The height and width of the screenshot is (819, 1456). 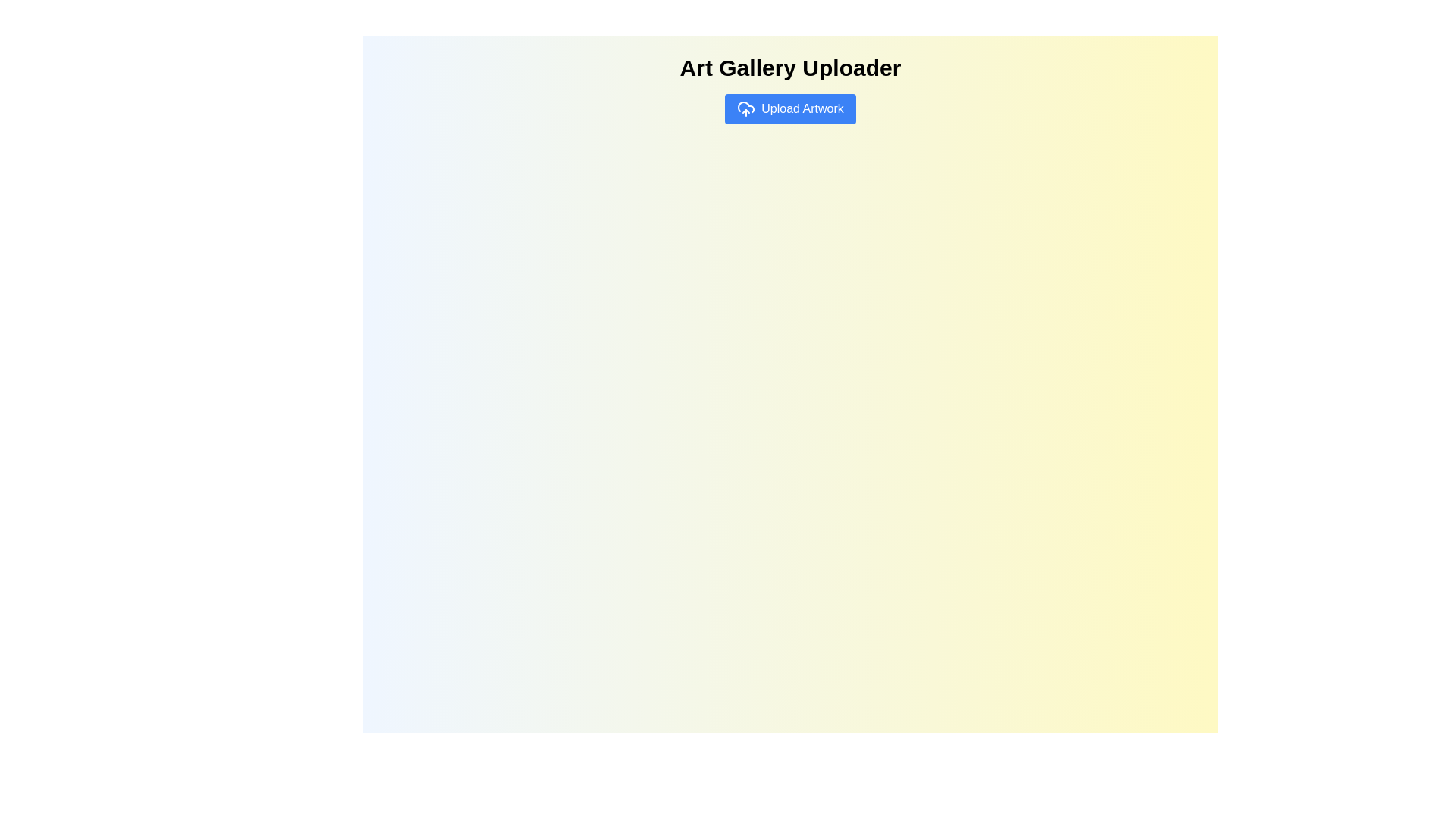 I want to click on the cloud icon element within the SVG image, which symbolizes upload or cloud storage, located adjacent to the 'Upload Artwork' button, so click(x=746, y=106).